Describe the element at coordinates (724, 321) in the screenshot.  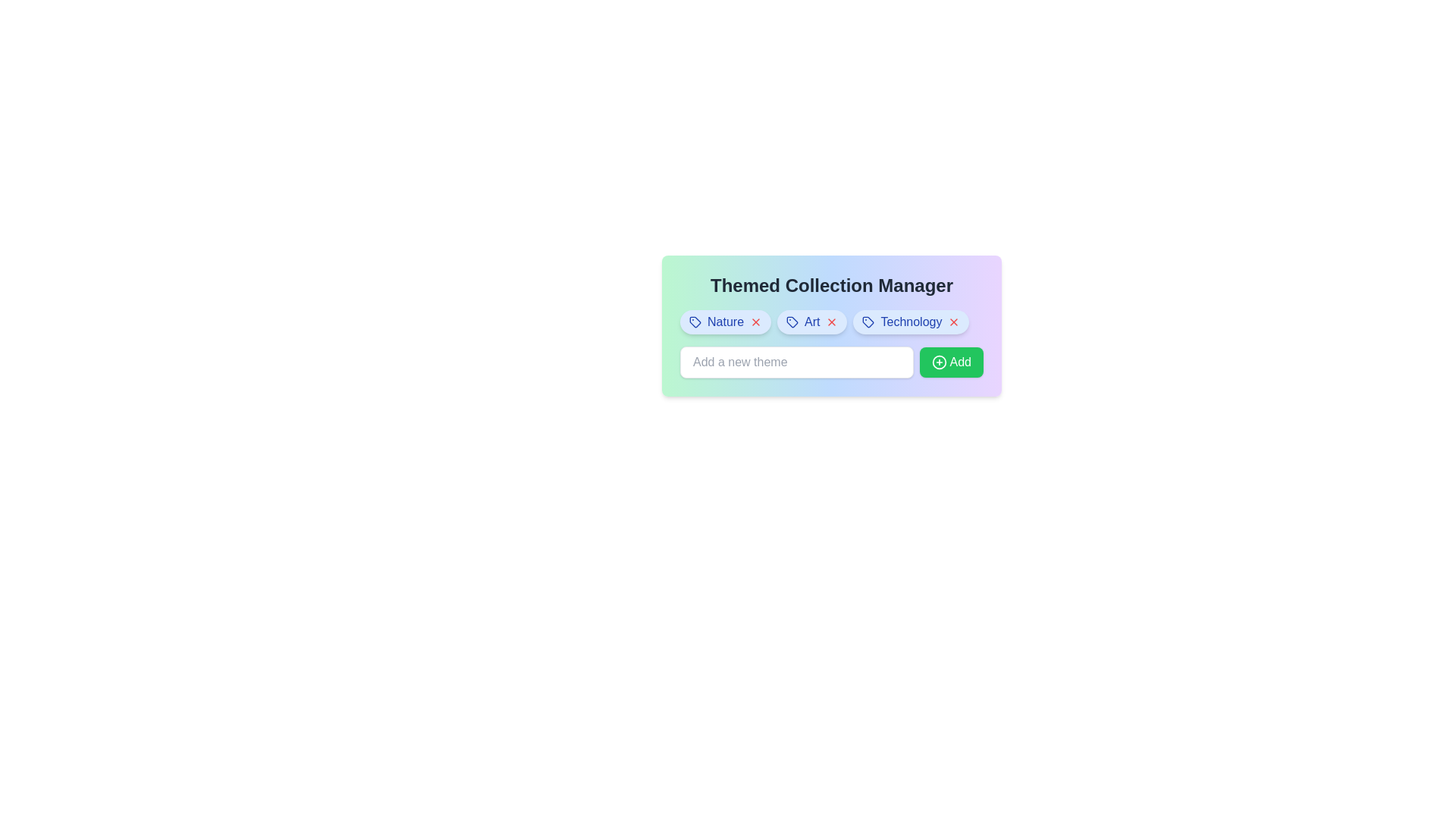
I see `the Nature tag to view its details` at that location.